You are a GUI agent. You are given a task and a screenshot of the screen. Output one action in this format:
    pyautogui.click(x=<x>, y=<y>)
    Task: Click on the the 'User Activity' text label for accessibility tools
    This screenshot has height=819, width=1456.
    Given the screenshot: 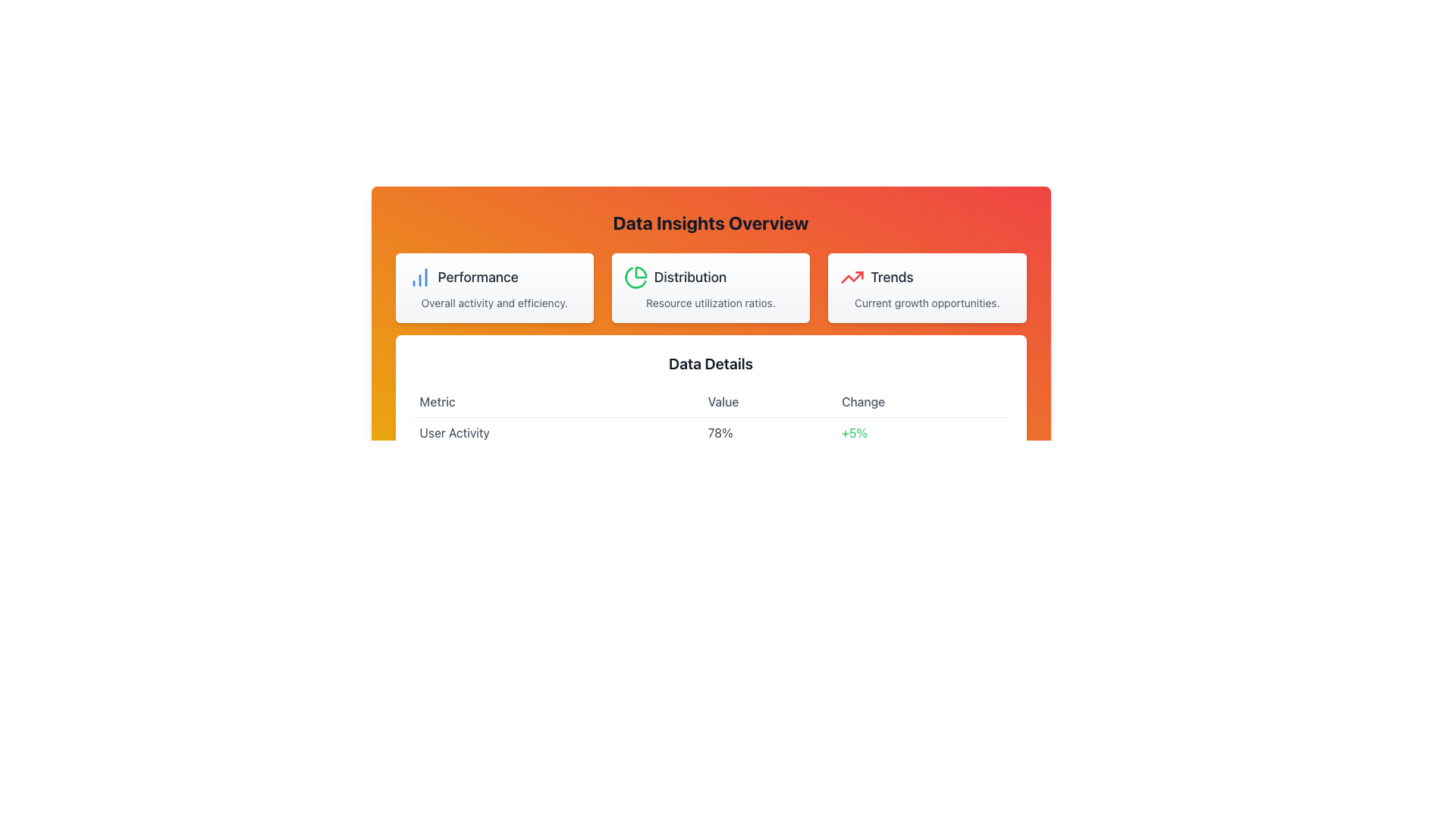 What is the action you would take?
    pyautogui.click(x=557, y=432)
    